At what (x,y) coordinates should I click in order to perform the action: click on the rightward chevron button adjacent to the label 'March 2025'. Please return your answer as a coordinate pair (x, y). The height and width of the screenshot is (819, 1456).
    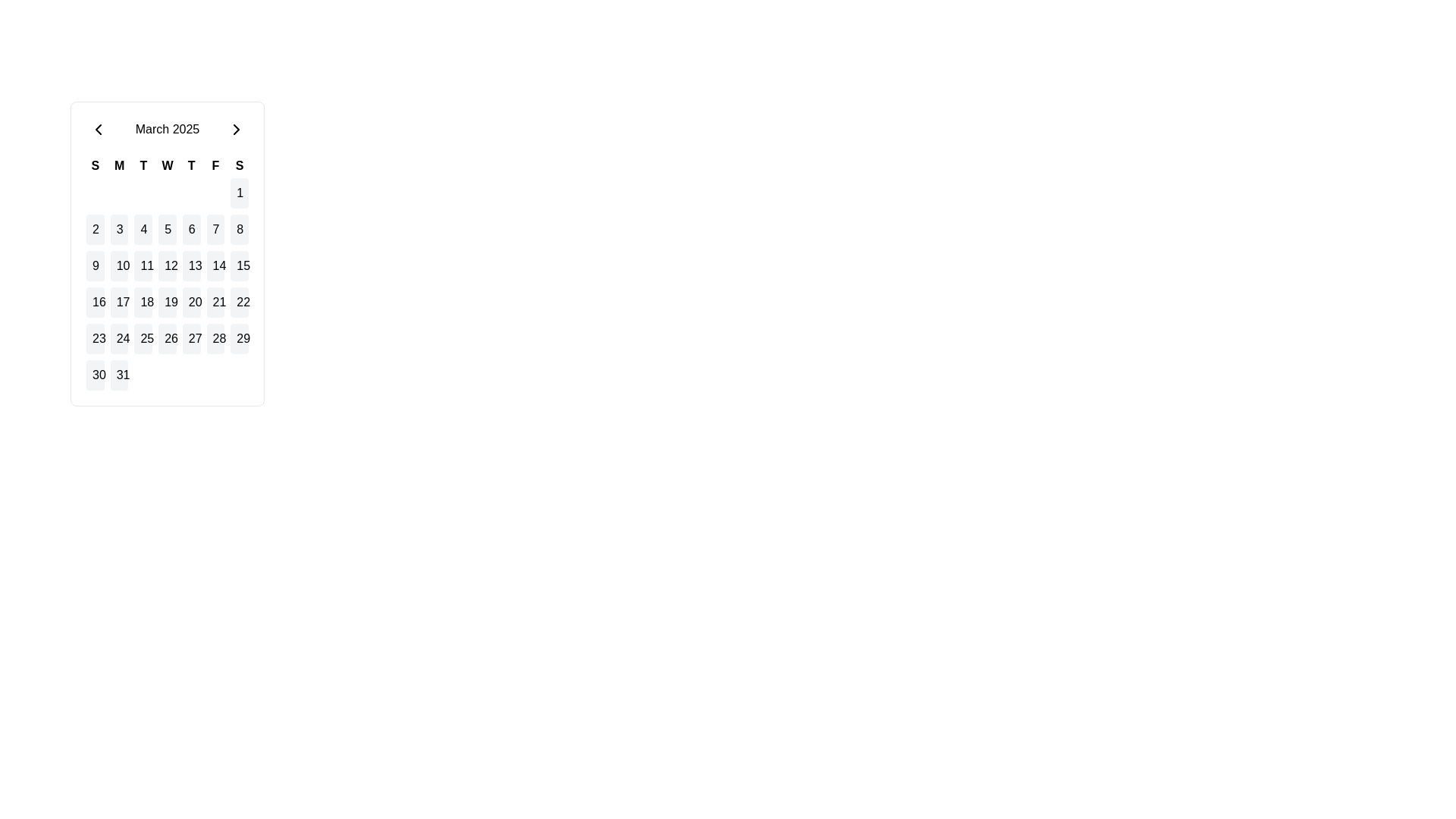
    Looking at the image, I should click on (236, 128).